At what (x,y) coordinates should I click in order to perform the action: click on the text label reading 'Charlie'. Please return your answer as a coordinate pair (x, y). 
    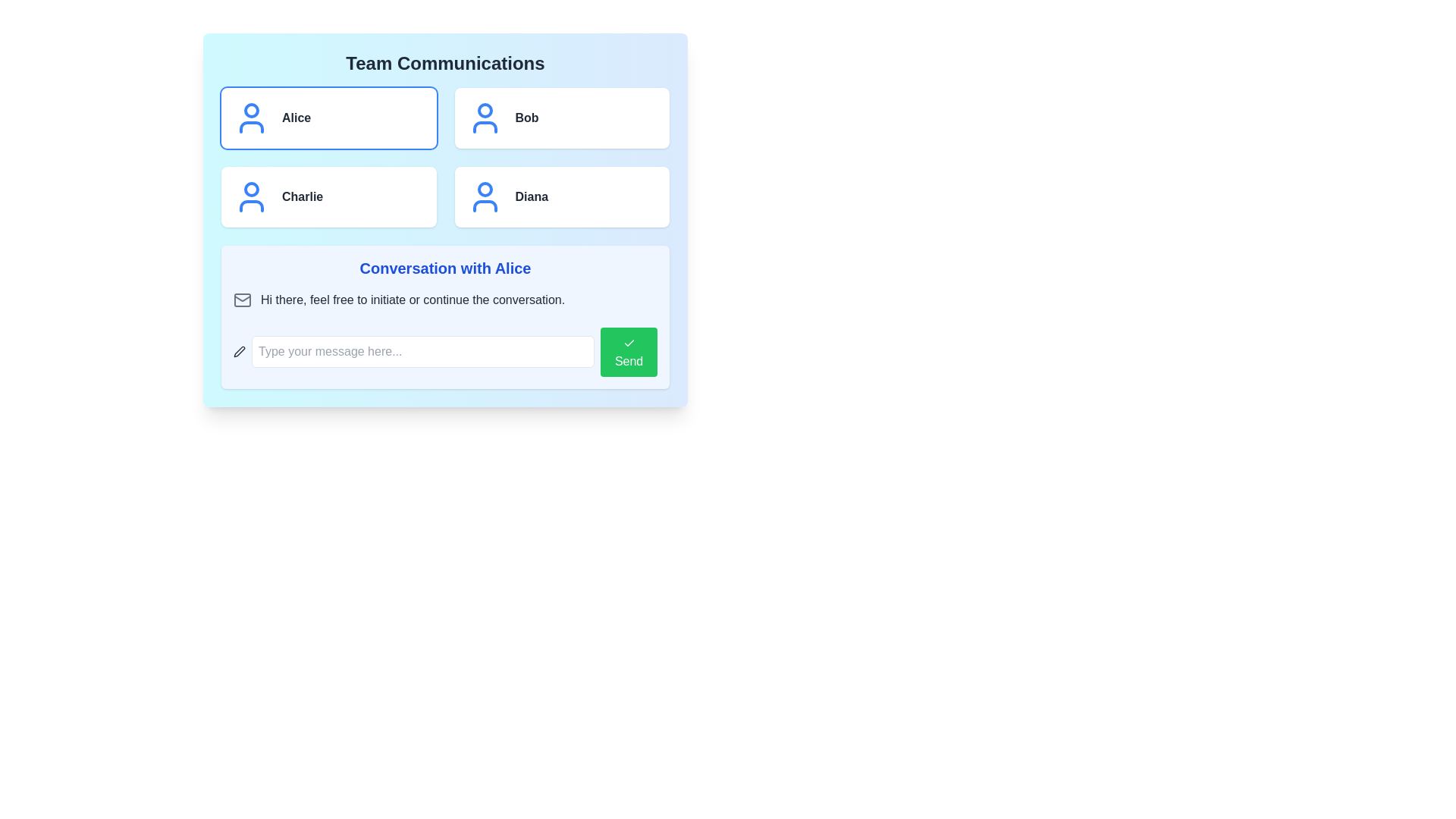
    Looking at the image, I should click on (303, 196).